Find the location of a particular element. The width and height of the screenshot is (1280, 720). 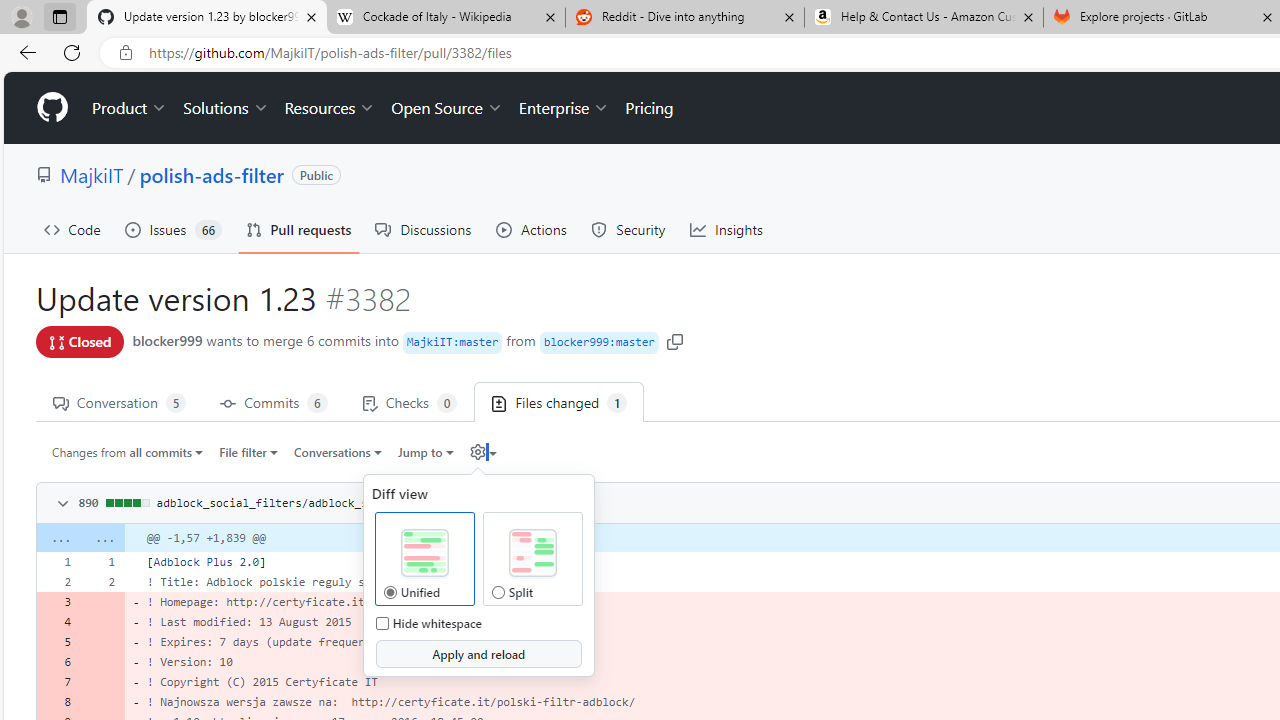

'Security' is located at coordinates (627, 229).